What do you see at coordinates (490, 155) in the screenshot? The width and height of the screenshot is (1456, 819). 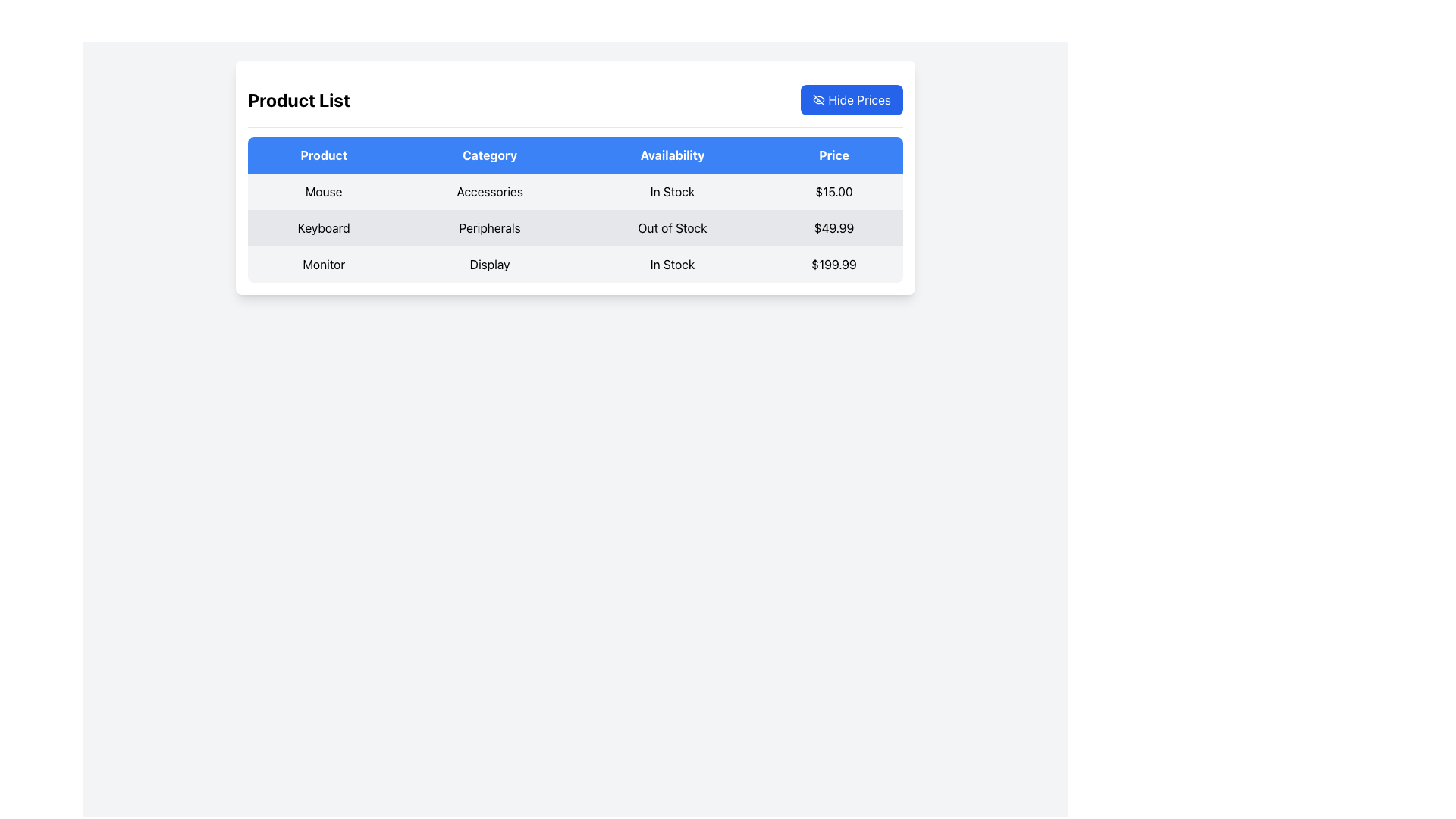 I see `the 'Category' tab button, which is the second tab in a horizontal tab bar with a blue background and bold white text` at bounding box center [490, 155].